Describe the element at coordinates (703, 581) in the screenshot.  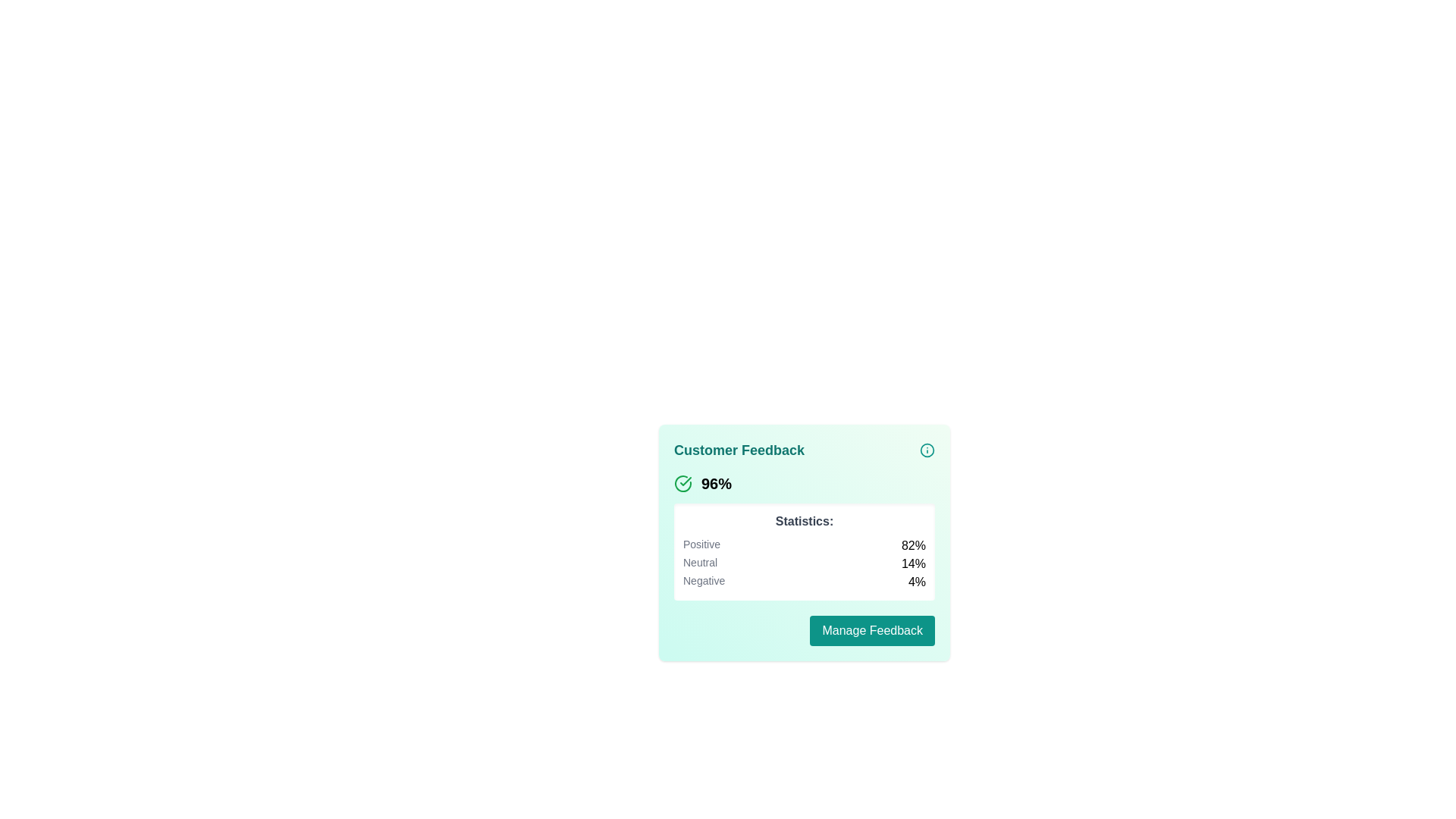
I see `the 'Negative' text label that indicates the category in the statistical breakdown, which is located on the left side of the flexbox layout adjacent to the '4%' percentage value` at that location.